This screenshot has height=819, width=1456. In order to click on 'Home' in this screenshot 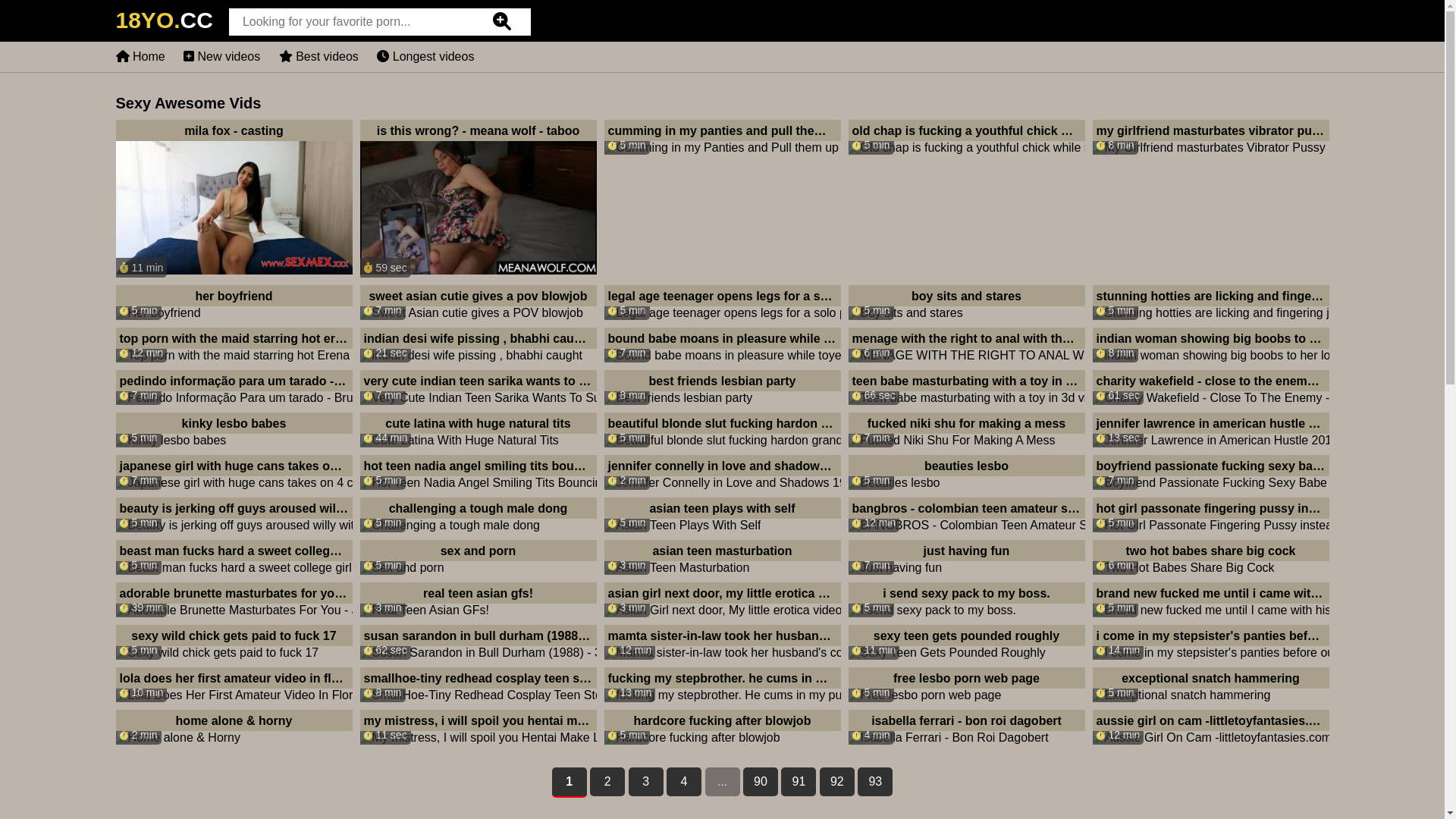, I will do `click(140, 55)`.